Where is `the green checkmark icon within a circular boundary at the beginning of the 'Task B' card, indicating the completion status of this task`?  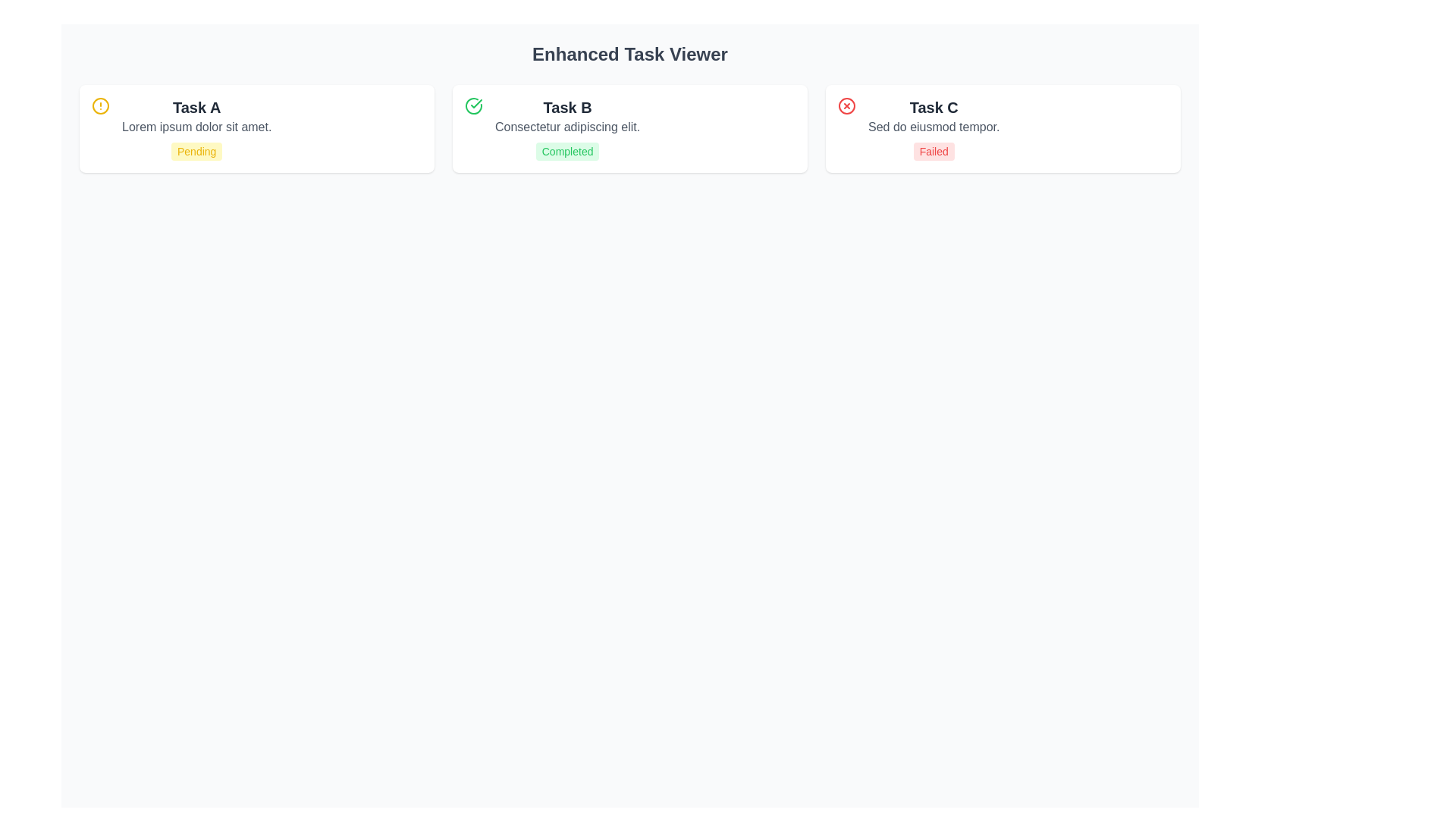
the green checkmark icon within a circular boundary at the beginning of the 'Task B' card, indicating the completion status of this task is located at coordinates (475, 103).